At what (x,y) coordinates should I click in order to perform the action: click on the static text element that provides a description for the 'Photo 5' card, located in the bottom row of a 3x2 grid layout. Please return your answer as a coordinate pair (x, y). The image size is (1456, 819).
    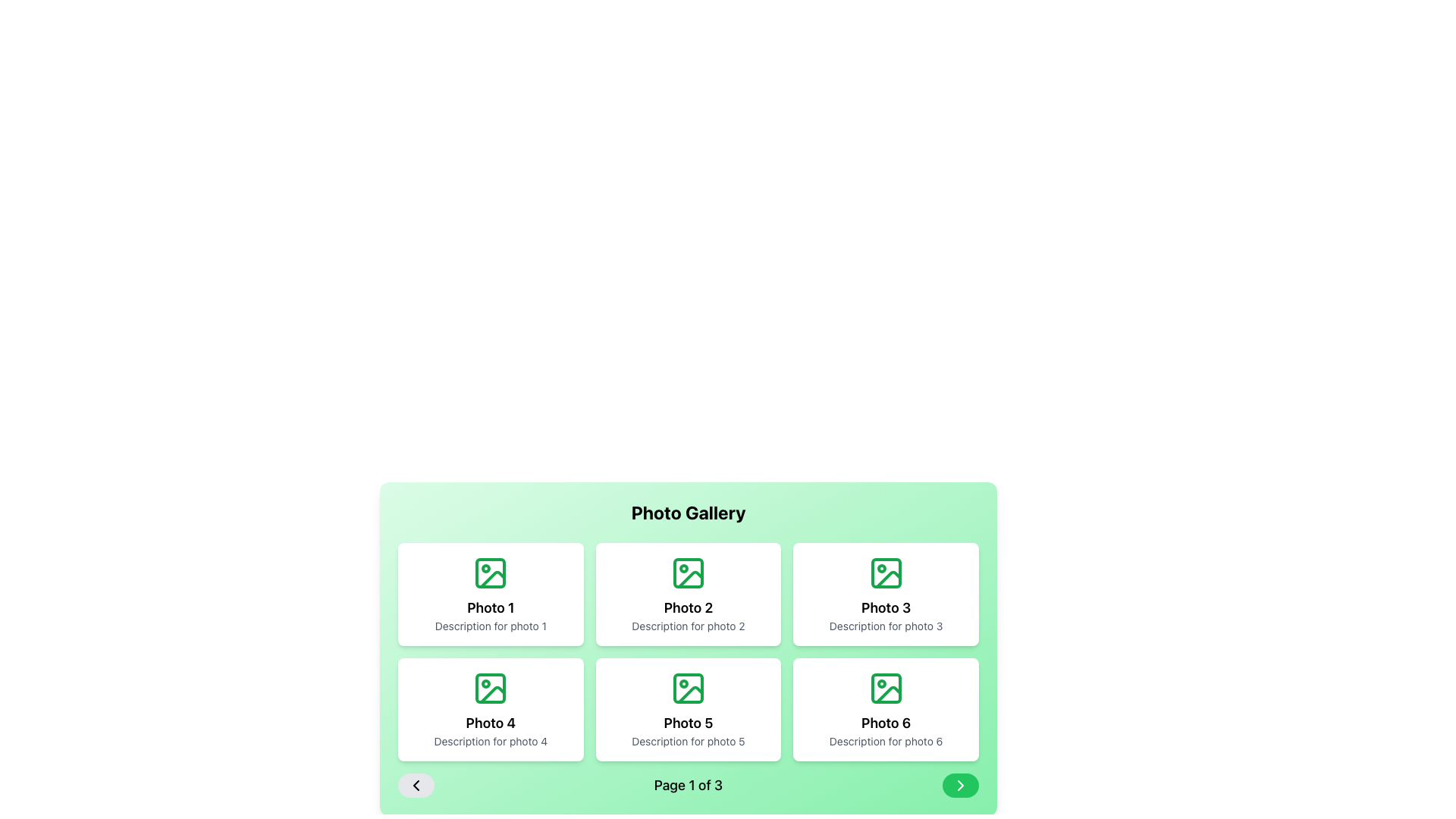
    Looking at the image, I should click on (687, 741).